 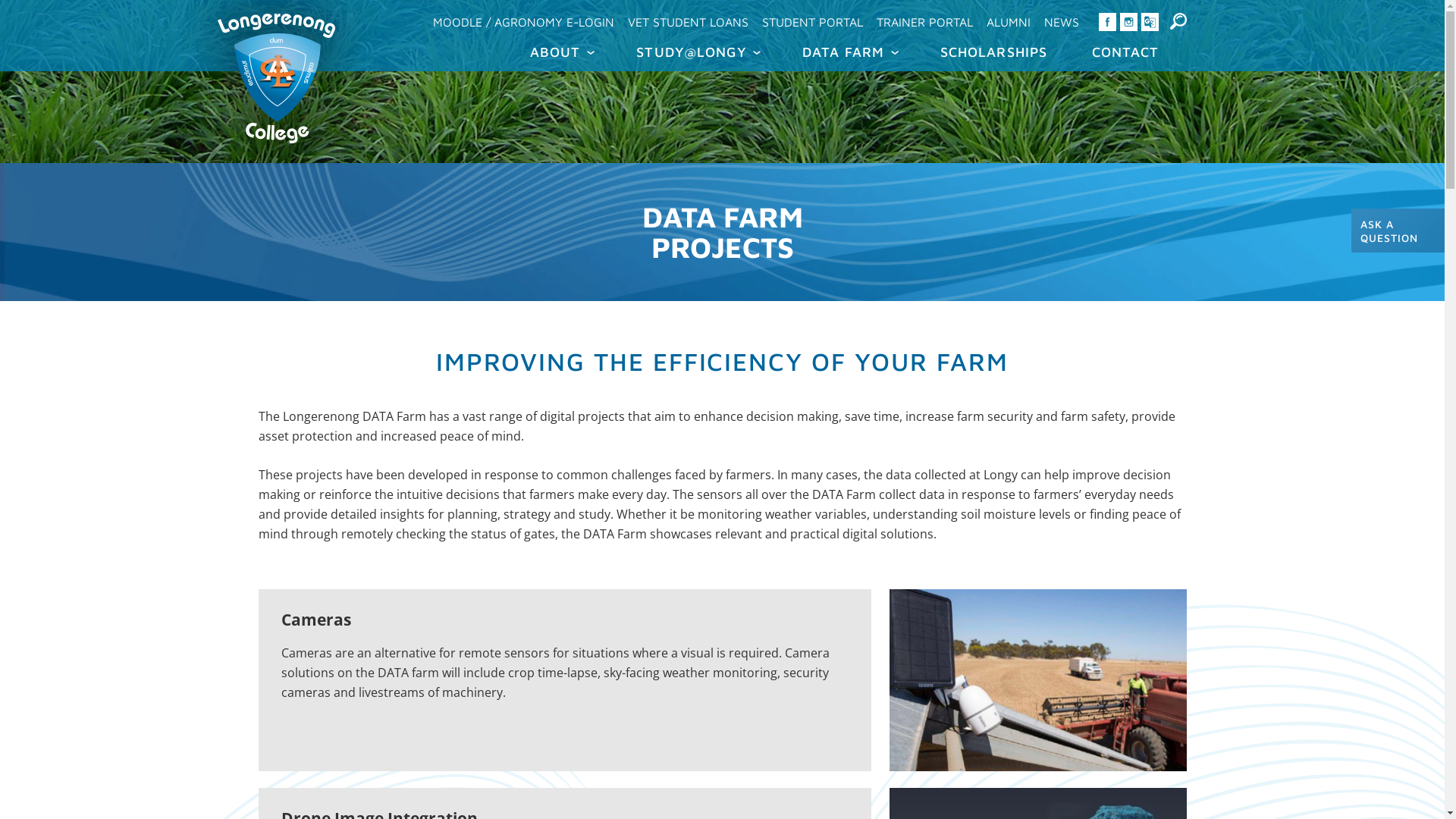 What do you see at coordinates (1061, 22) in the screenshot?
I see `'NEWS'` at bounding box center [1061, 22].